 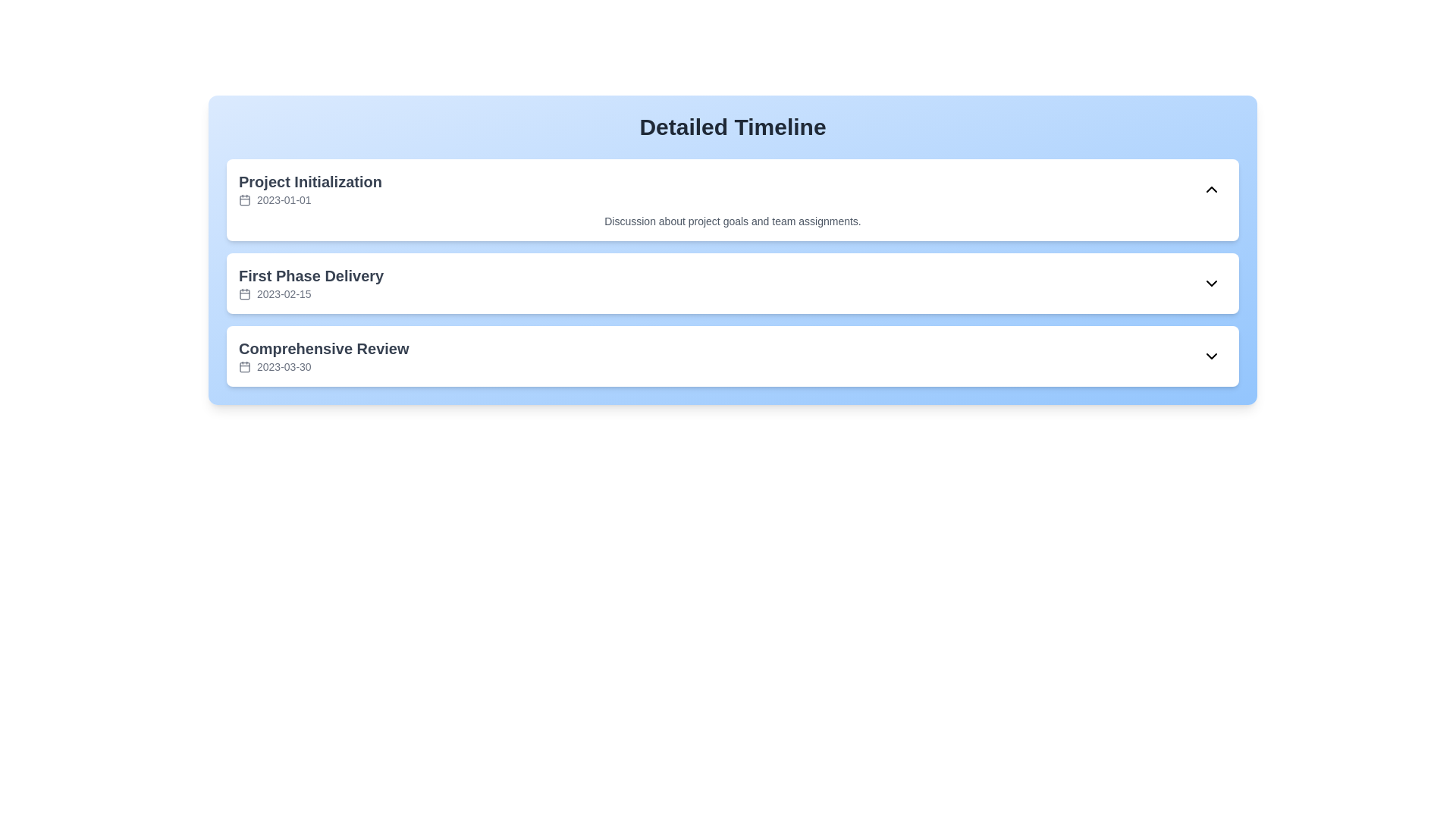 I want to click on the non-interactive text display element representing the timeline entry titled 'Comprehensive Review' with the date '2023-03-30', which is the third item in a vertical list of timeline entries, so click(x=323, y=356).